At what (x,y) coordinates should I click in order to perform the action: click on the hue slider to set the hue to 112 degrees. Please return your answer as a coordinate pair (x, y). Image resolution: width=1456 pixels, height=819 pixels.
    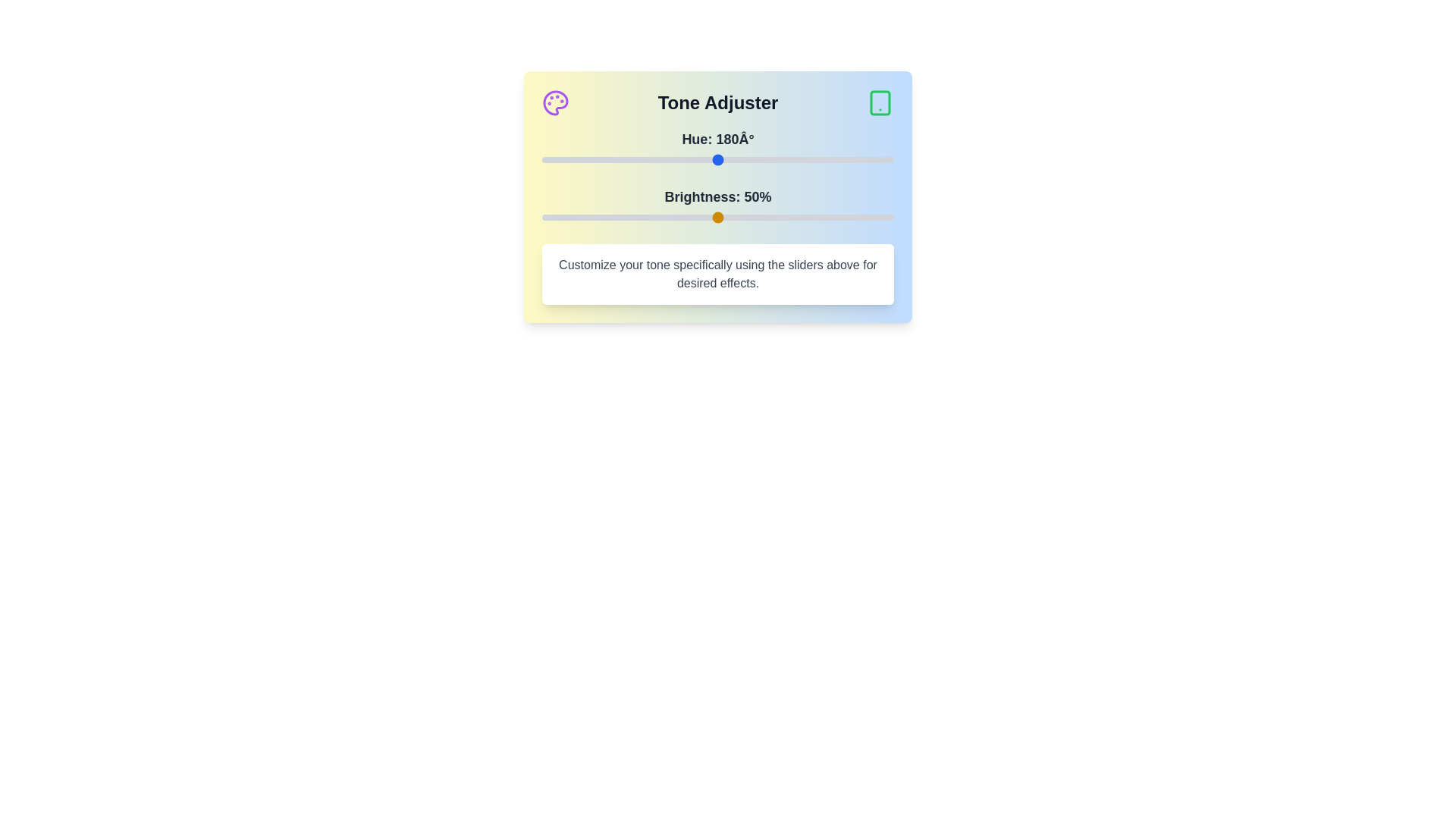
    Looking at the image, I should click on (651, 160).